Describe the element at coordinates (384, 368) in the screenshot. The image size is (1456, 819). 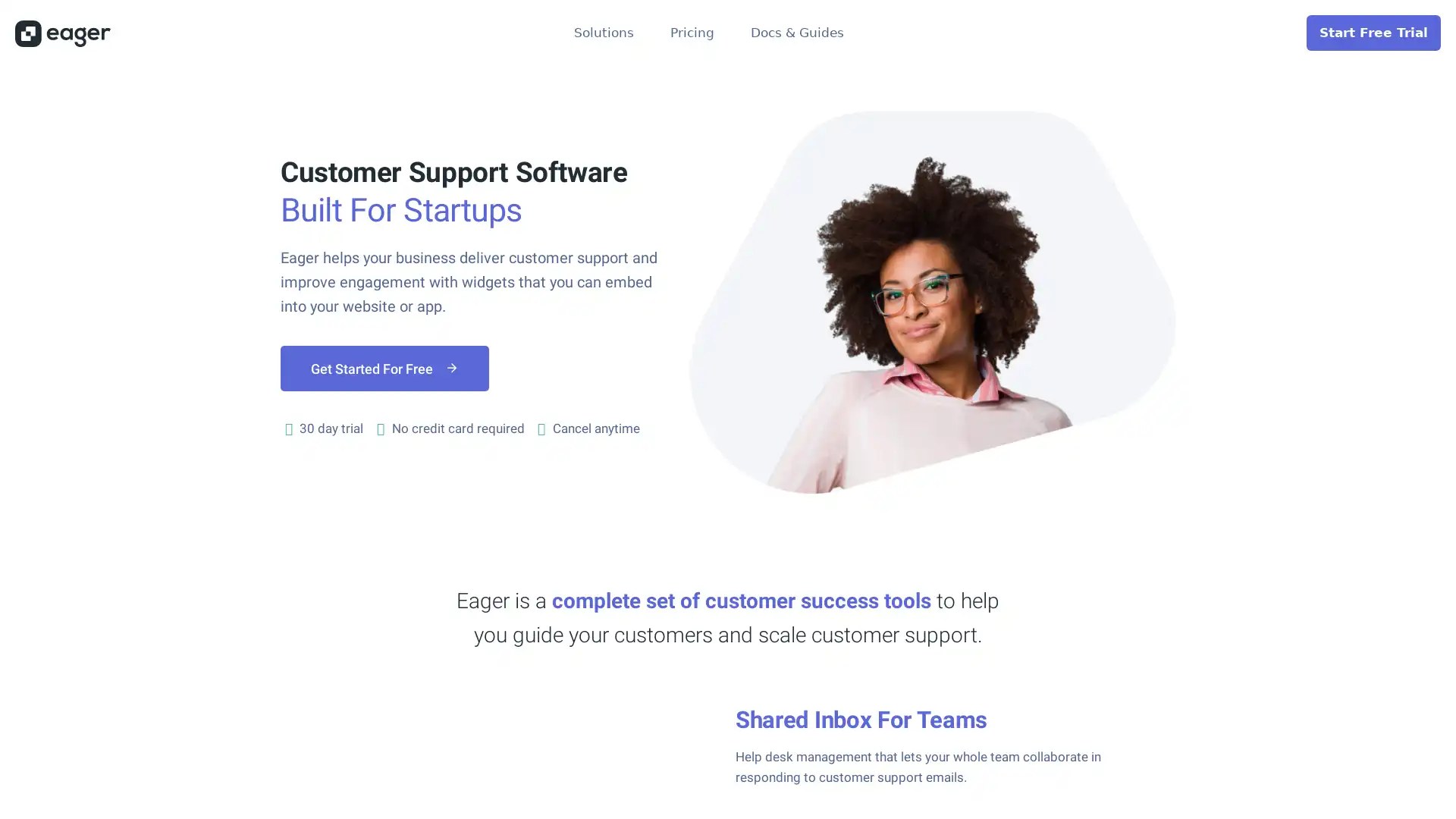
I see `Get Started For Free` at that location.